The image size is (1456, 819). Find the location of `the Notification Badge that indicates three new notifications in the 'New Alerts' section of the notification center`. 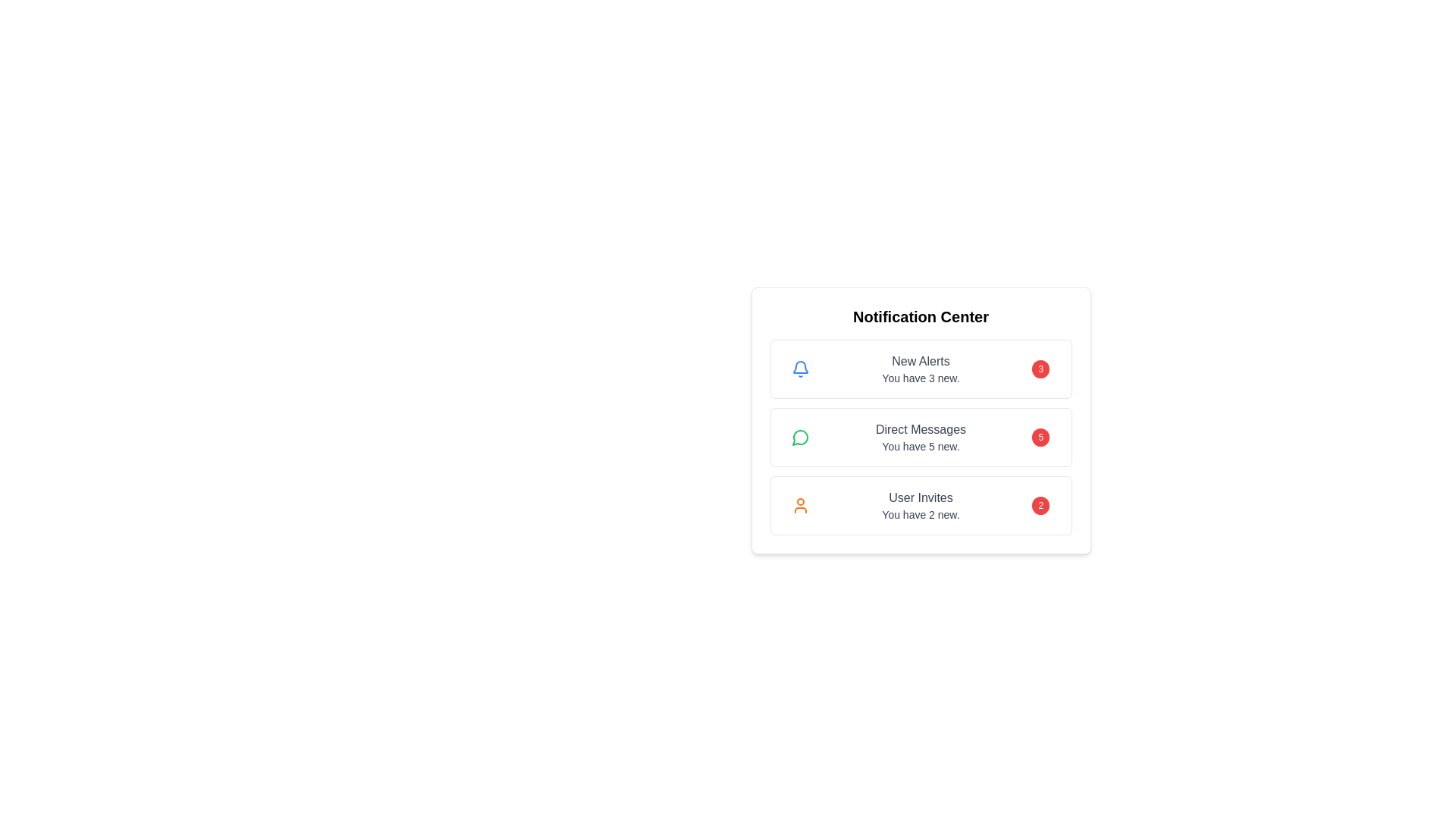

the Notification Badge that indicates three new notifications in the 'New Alerts' section of the notification center is located at coordinates (1040, 369).